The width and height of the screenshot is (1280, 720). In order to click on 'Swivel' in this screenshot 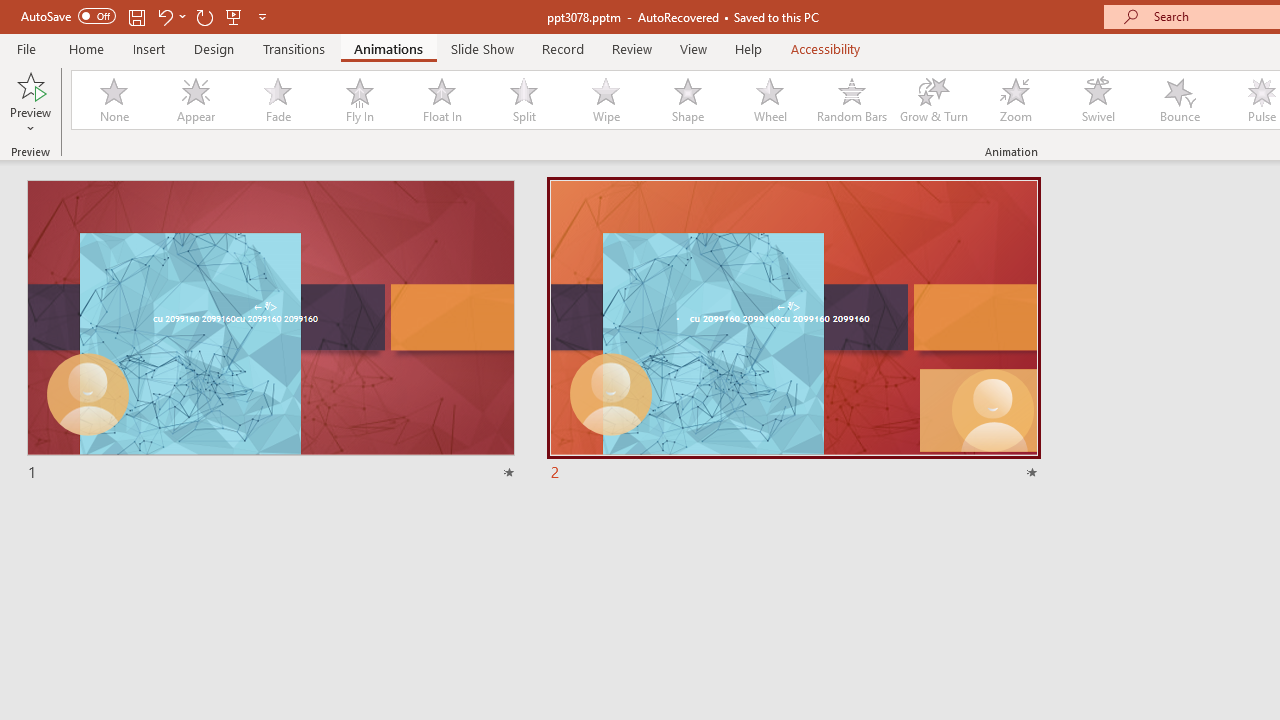, I will do `click(1097, 100)`.